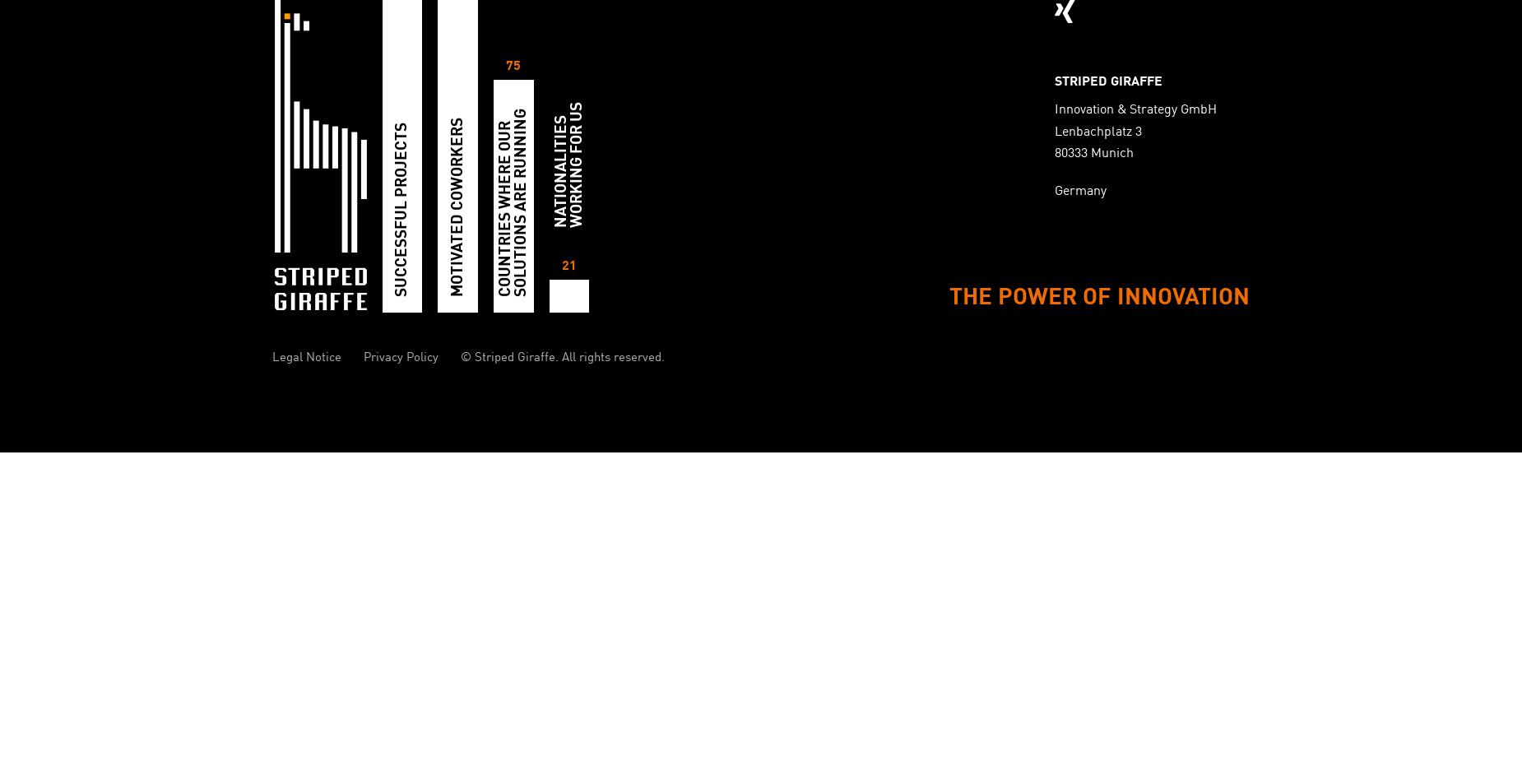 The width and height of the screenshot is (1522, 784). What do you see at coordinates (1097, 131) in the screenshot?
I see `'Lenbachplatz 3'` at bounding box center [1097, 131].